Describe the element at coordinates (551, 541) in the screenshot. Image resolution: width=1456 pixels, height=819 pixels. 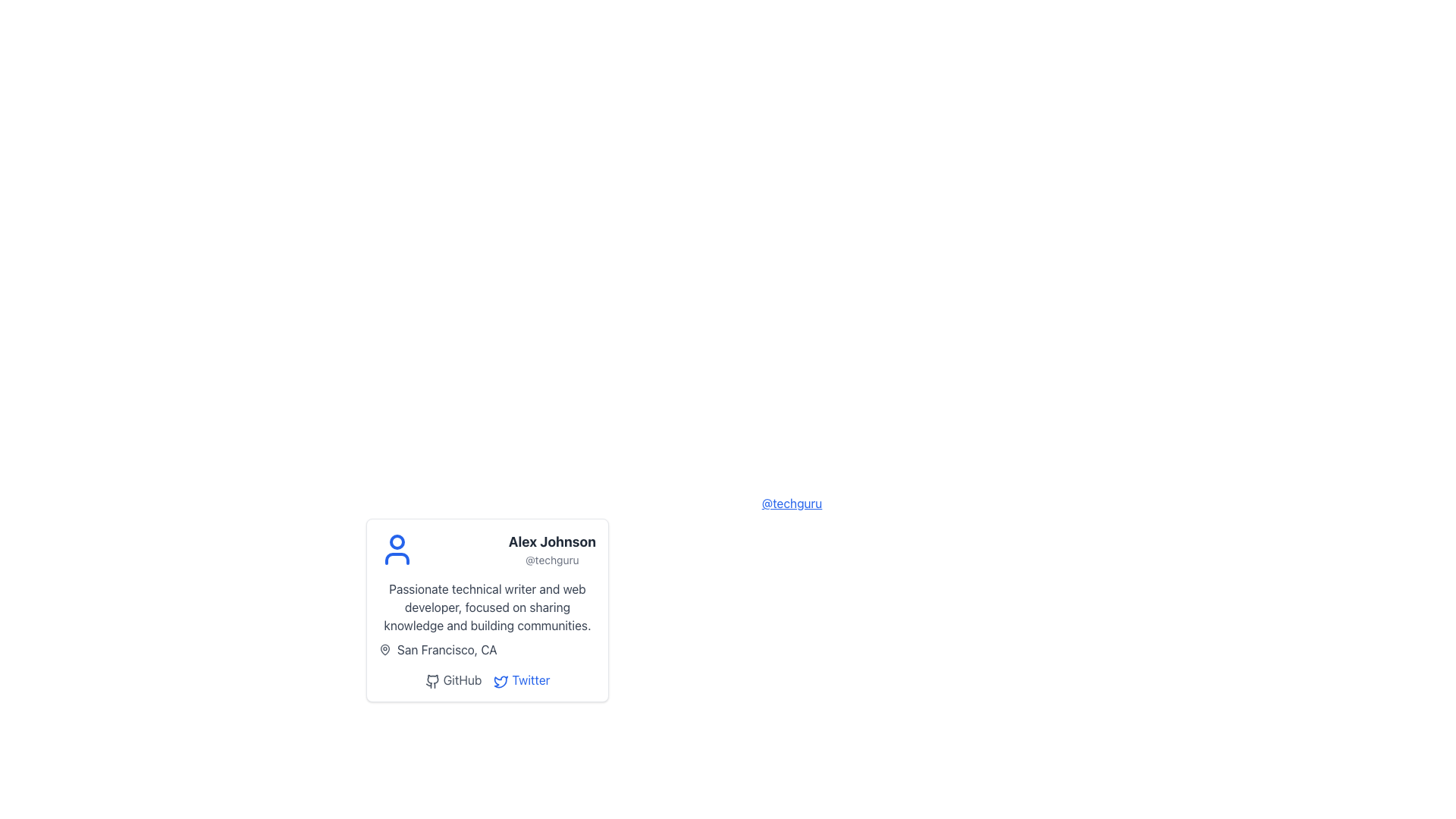
I see `text content of the bold, large-sized text label 'Alex Johnson' located in the user profile card layout, positioned above the username '@techguru'` at that location.